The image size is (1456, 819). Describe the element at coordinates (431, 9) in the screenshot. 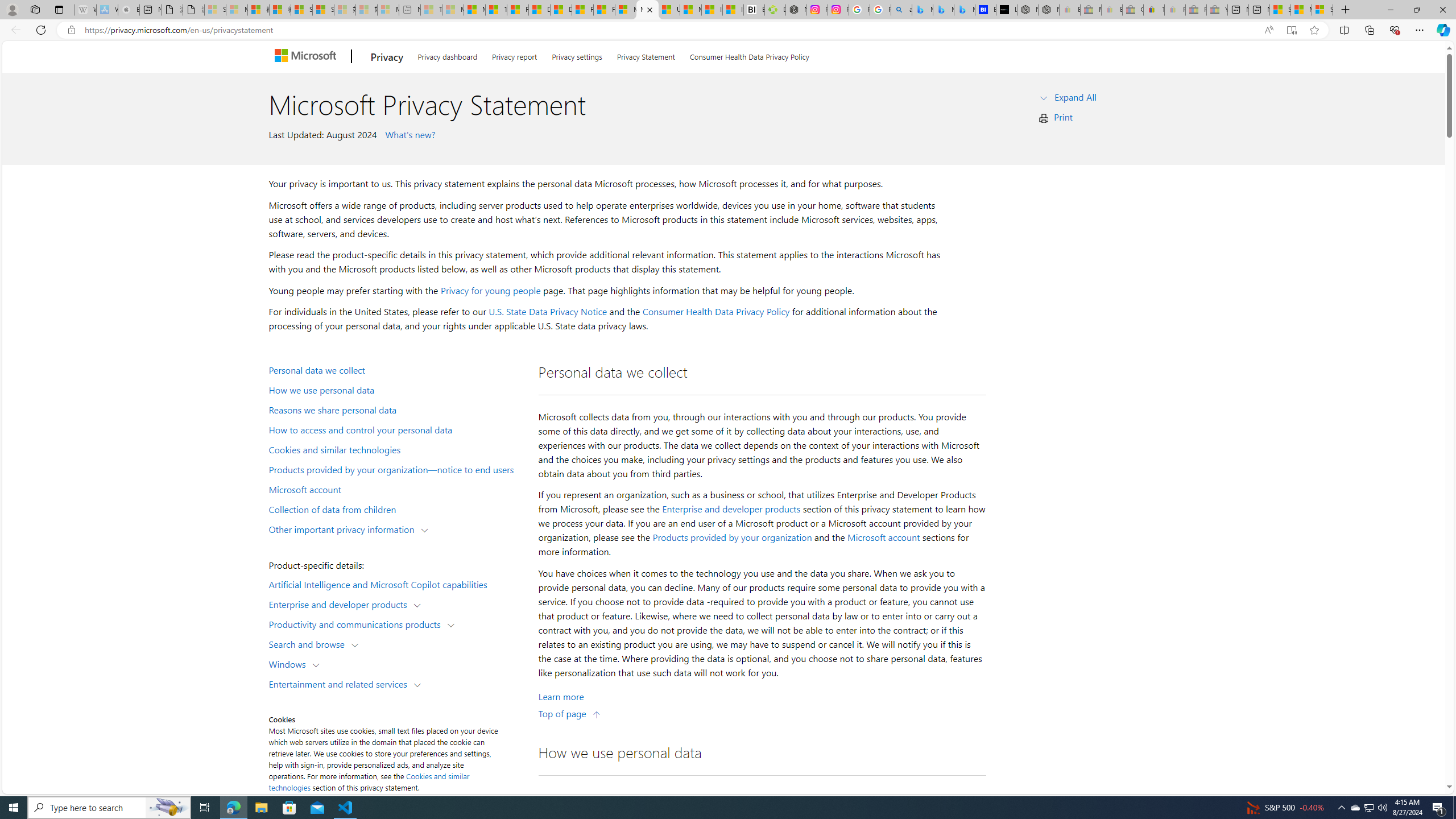

I see `'Top Stories - MSN - Sleeping'` at that location.